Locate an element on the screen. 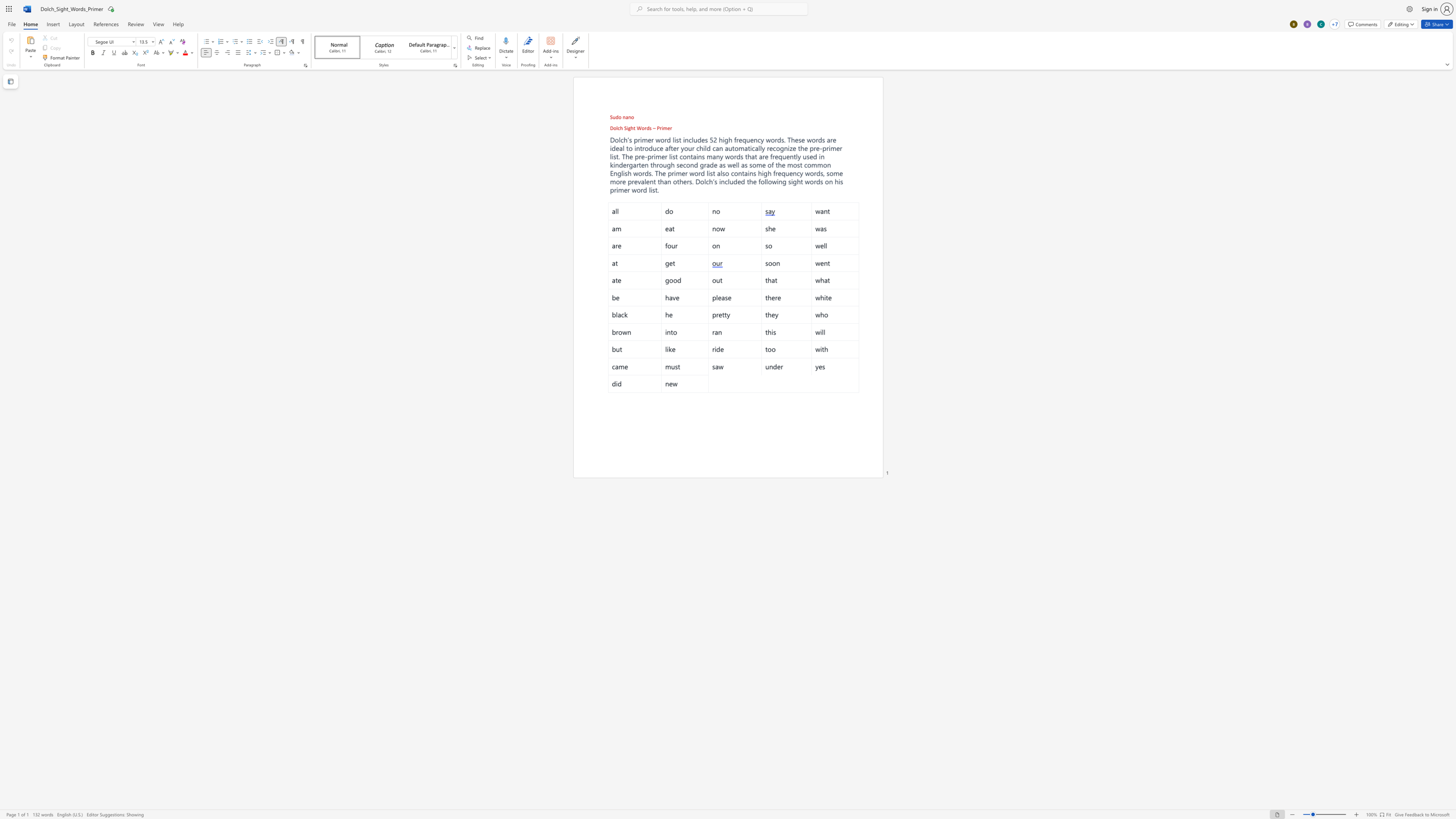  the 5th character "r" in the text is located at coordinates (643, 174).